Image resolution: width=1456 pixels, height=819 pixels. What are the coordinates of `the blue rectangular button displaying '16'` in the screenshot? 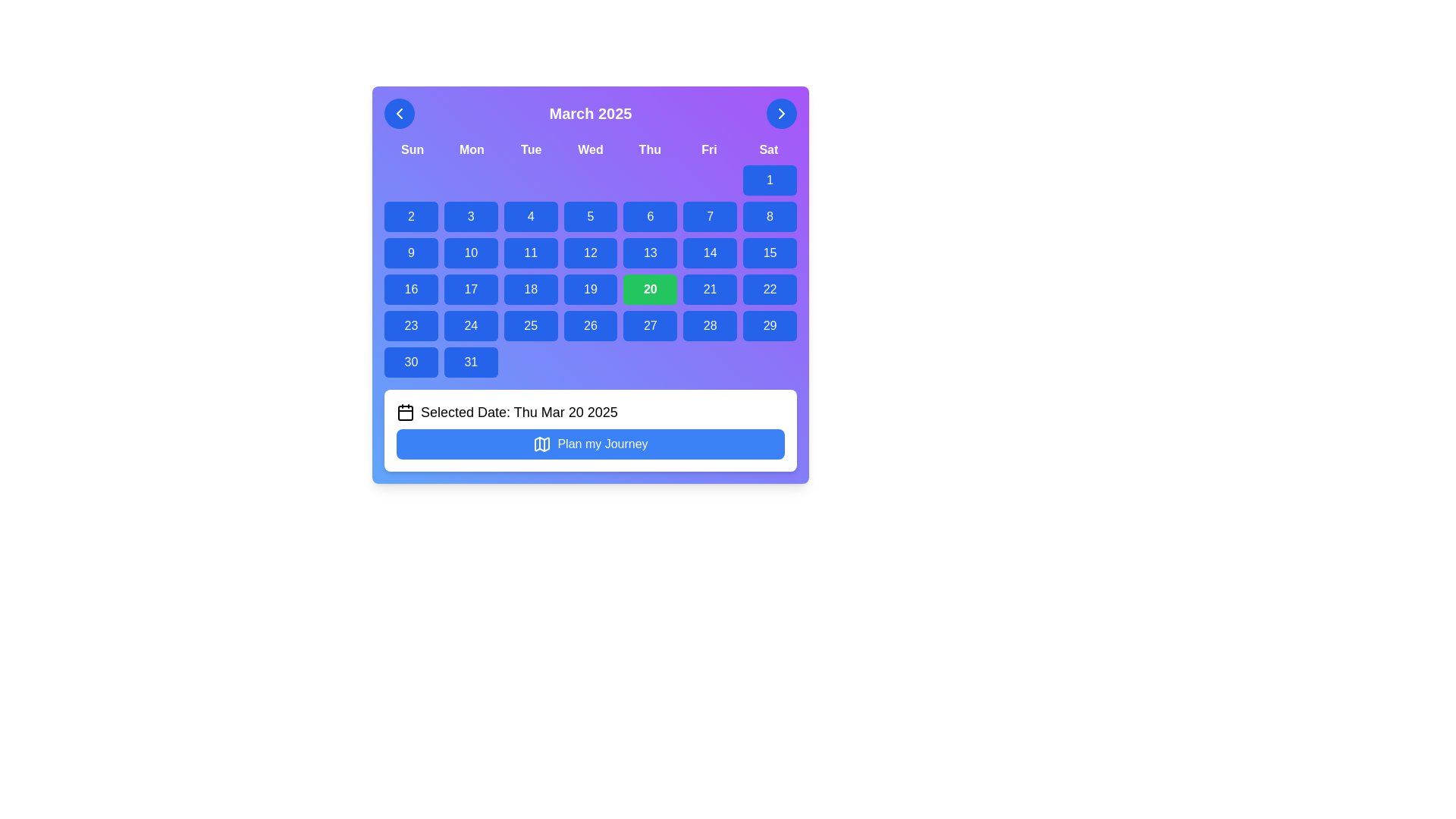 It's located at (411, 289).